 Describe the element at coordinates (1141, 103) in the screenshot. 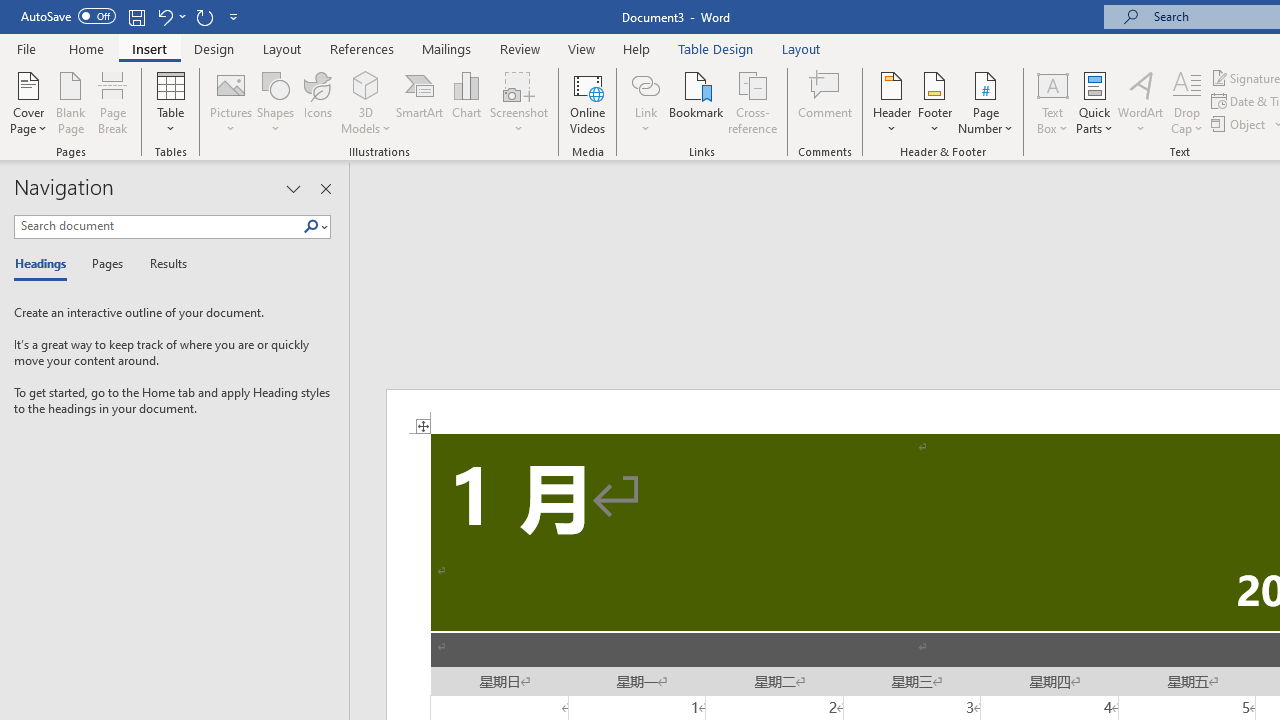

I see `'WordArt'` at that location.